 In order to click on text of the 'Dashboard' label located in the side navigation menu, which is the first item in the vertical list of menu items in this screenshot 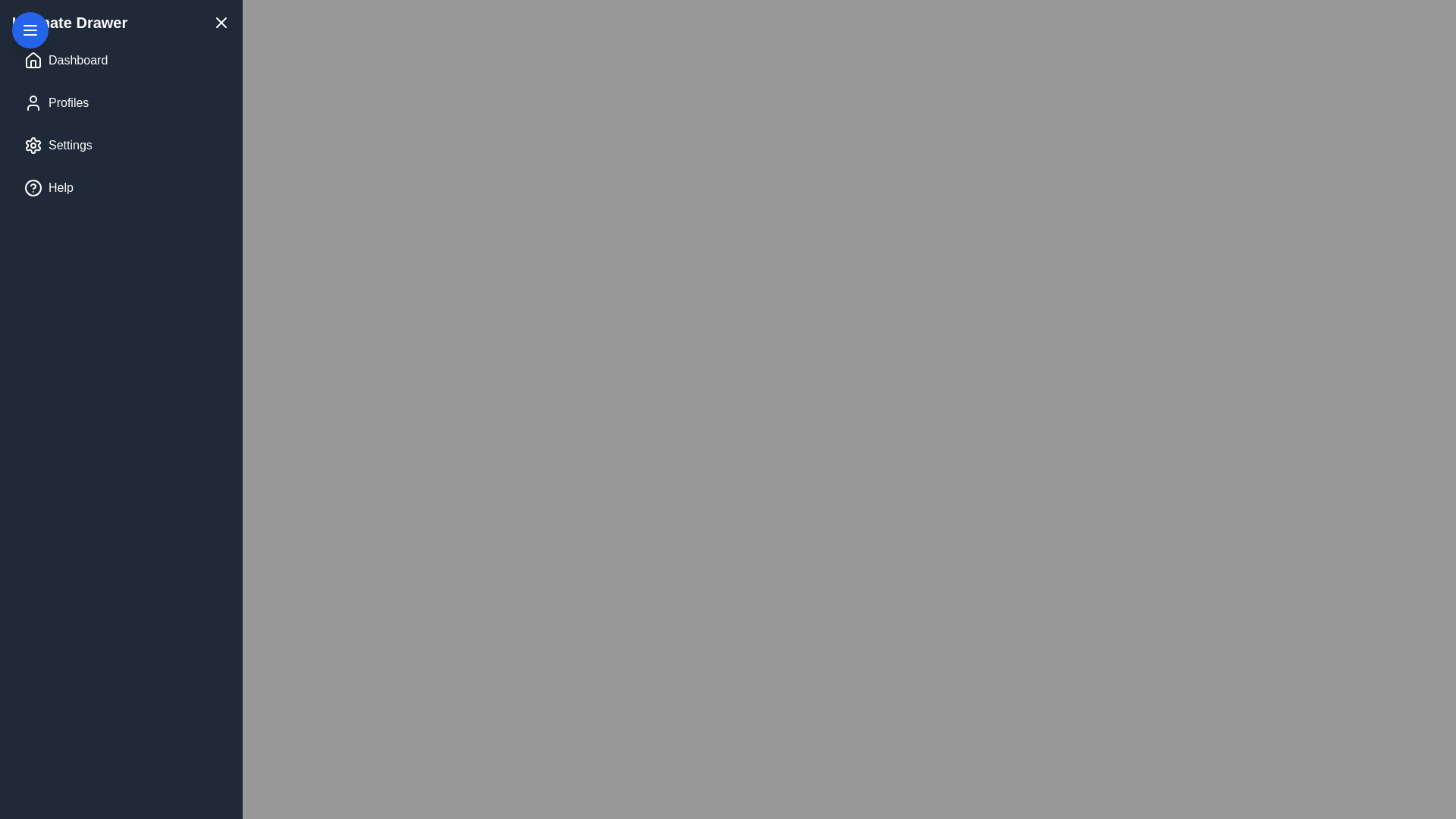, I will do `click(77, 60)`.